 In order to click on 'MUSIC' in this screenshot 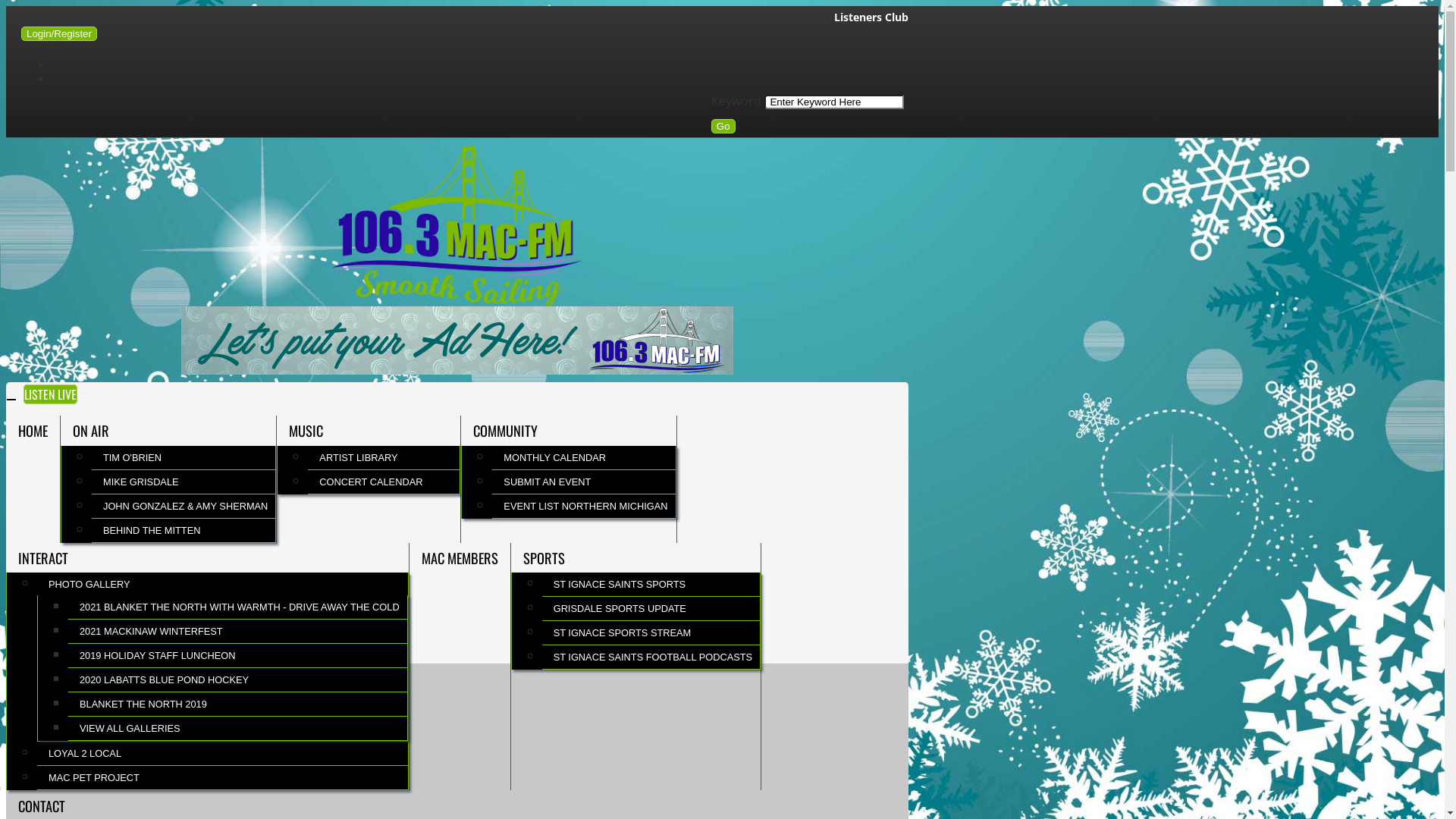, I will do `click(276, 430)`.